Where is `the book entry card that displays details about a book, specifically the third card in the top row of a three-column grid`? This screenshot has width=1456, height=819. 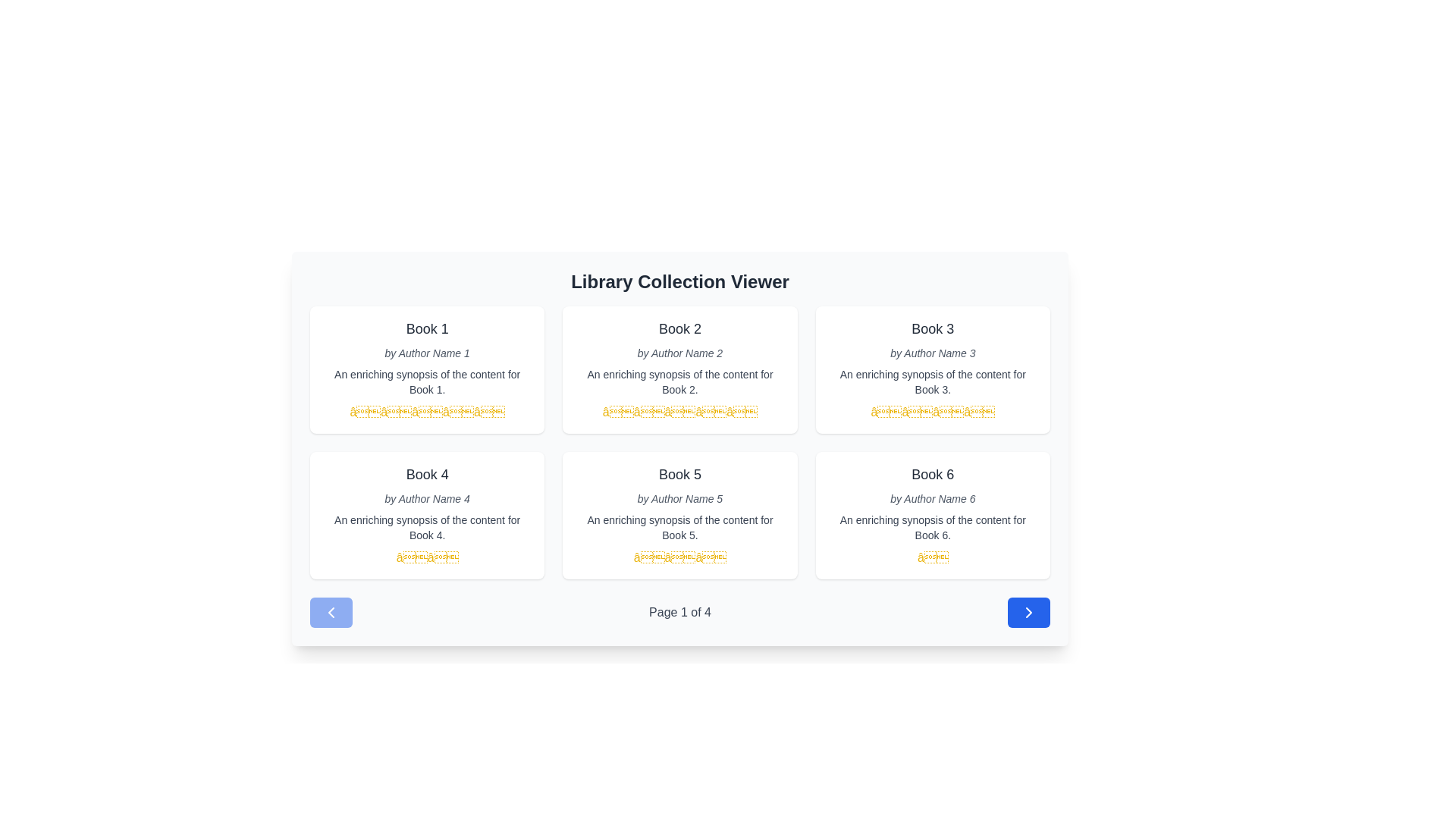
the book entry card that displays details about a book, specifically the third card in the top row of a three-column grid is located at coordinates (932, 370).